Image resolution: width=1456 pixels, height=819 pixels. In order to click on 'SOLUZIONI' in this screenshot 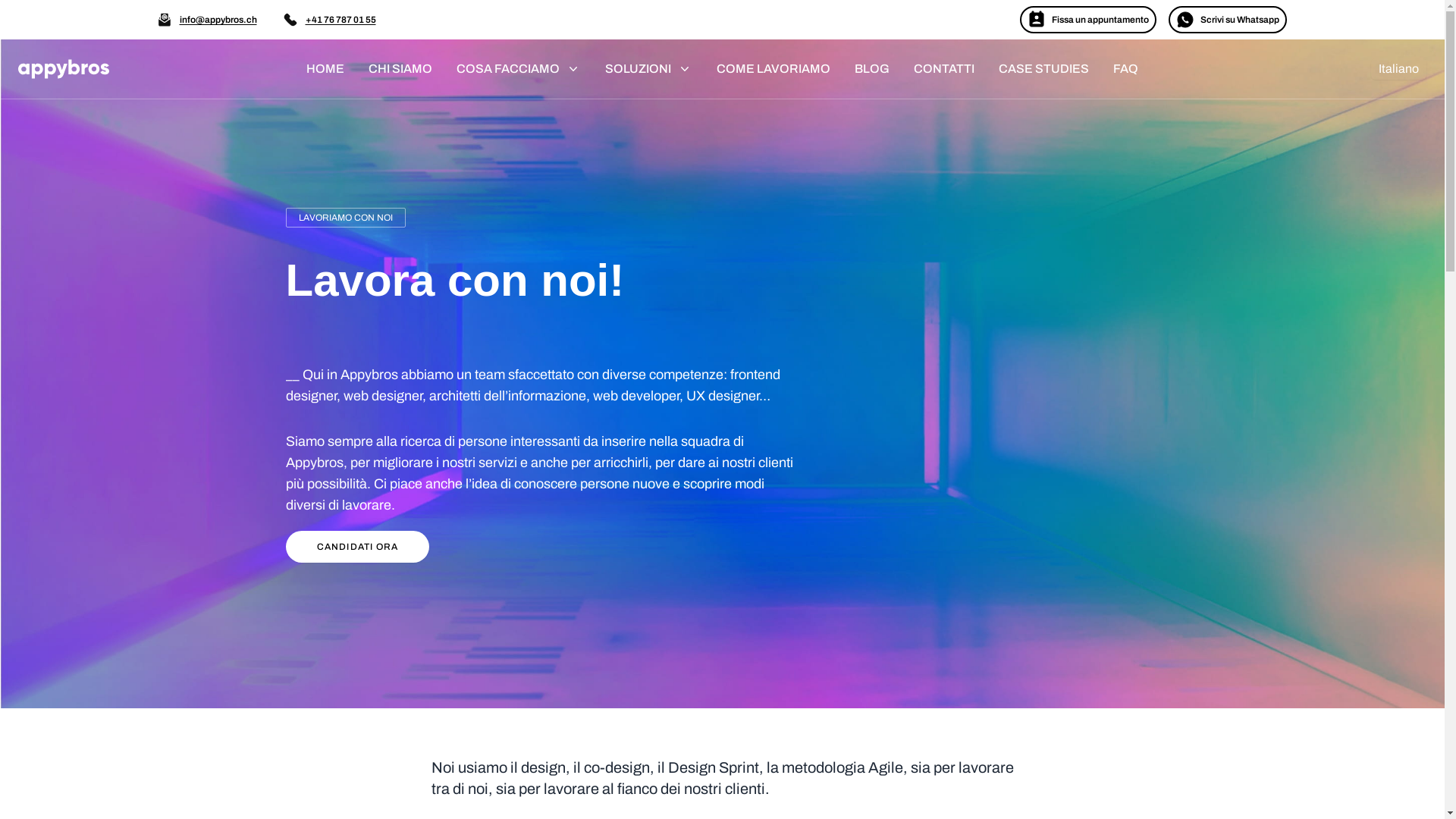, I will do `click(648, 69)`.